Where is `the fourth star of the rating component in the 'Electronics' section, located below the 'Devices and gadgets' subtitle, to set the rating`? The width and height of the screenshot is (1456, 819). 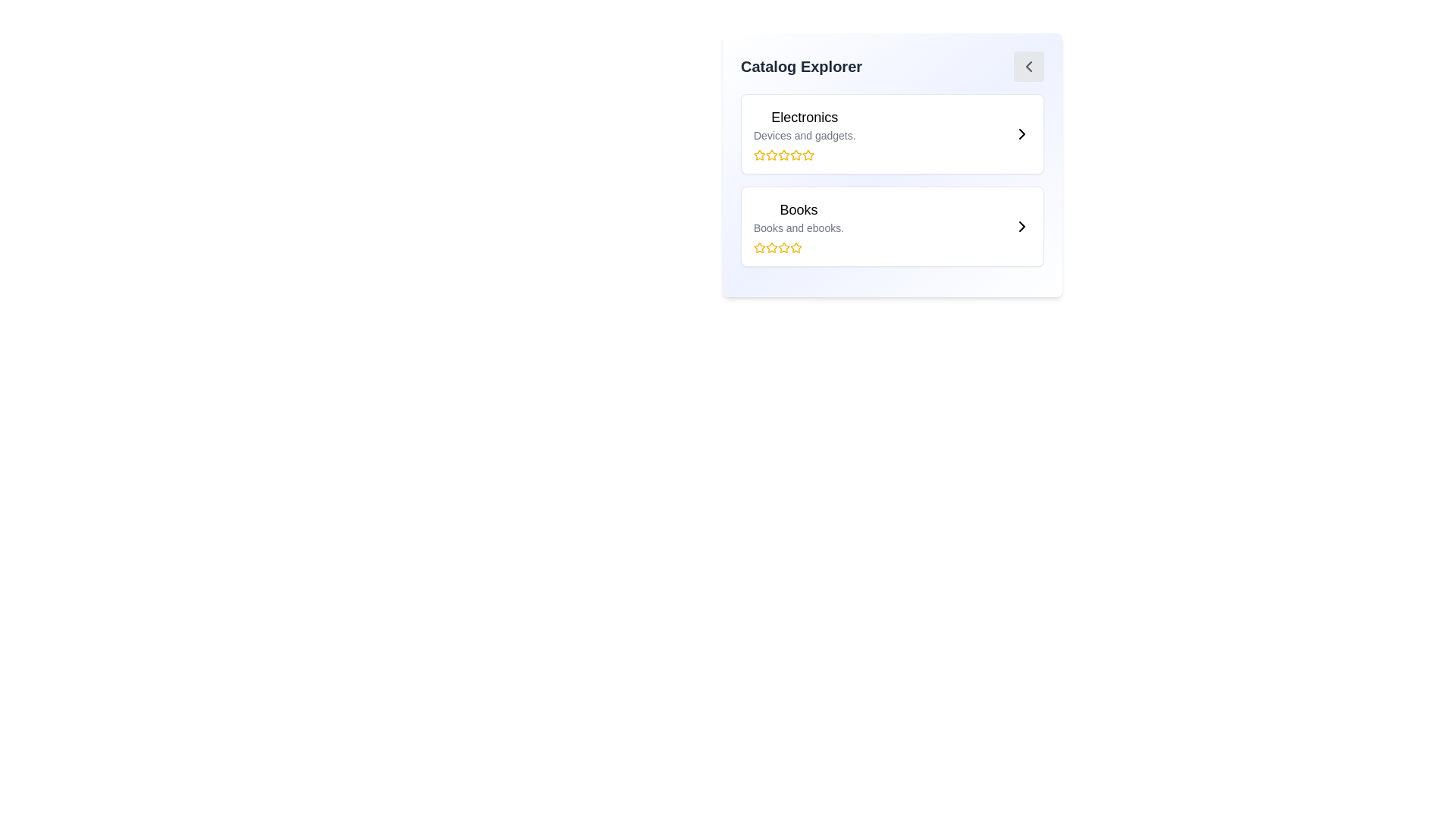
the fourth star of the rating component in the 'Electronics' section, located below the 'Devices and gadgets' subtitle, to set the rating is located at coordinates (804, 155).